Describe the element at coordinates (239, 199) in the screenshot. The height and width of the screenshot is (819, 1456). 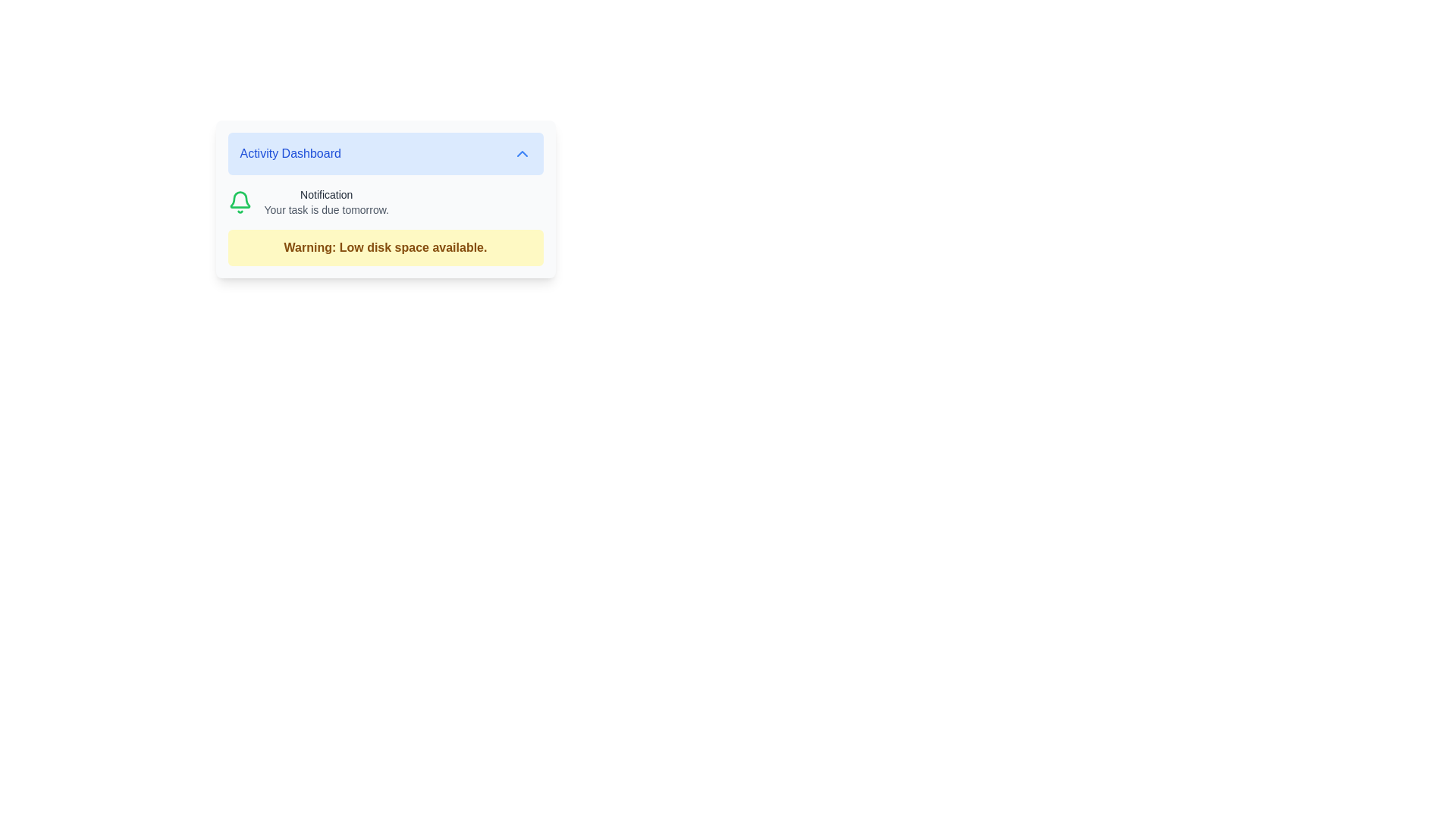
I see `the bell icon with a green outline in the dashboard section to interact with it` at that location.